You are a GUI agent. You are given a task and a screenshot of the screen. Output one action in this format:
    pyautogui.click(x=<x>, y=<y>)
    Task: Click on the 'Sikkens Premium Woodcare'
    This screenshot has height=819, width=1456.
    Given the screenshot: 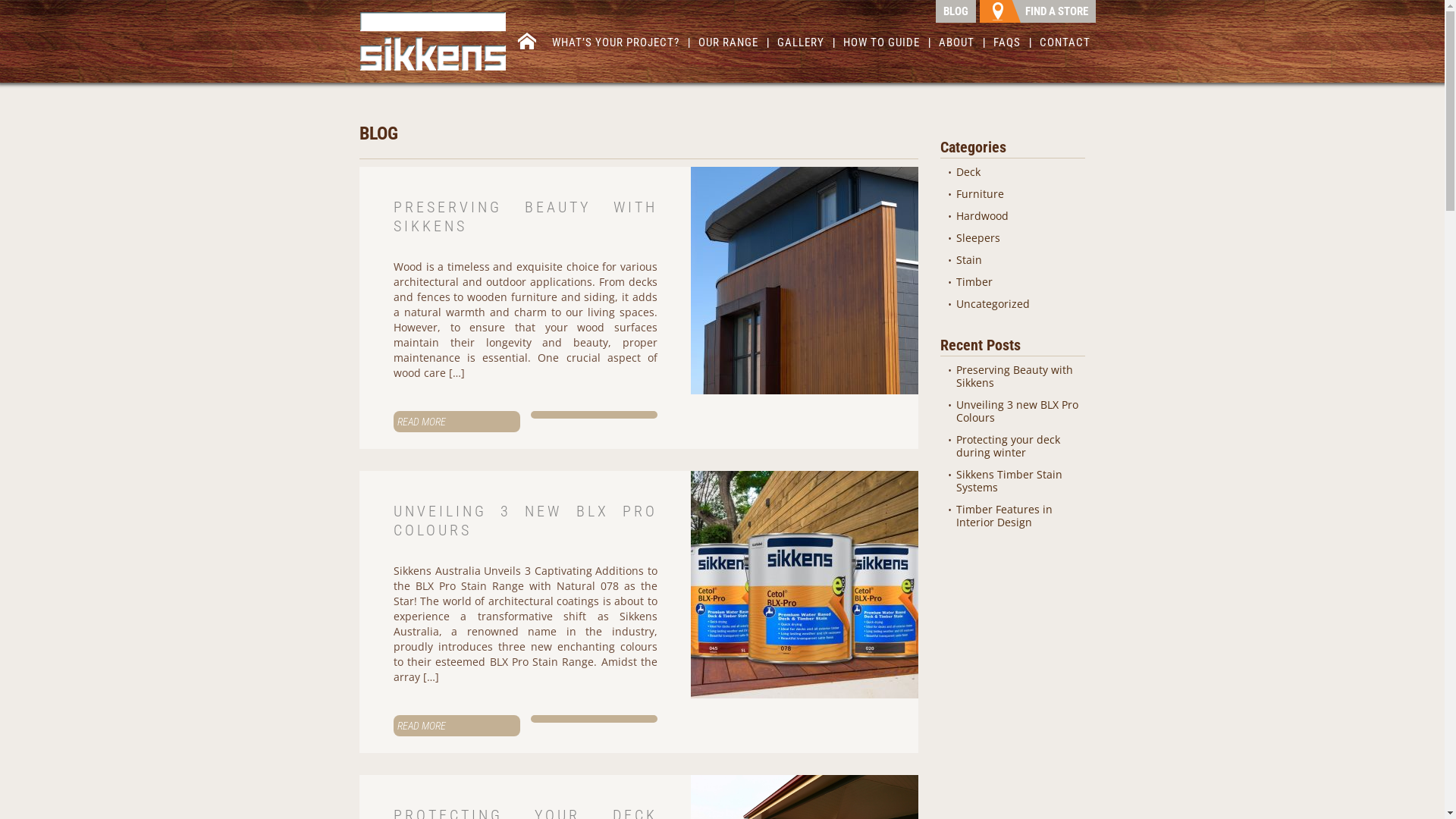 What is the action you would take?
    pyautogui.click(x=432, y=40)
    